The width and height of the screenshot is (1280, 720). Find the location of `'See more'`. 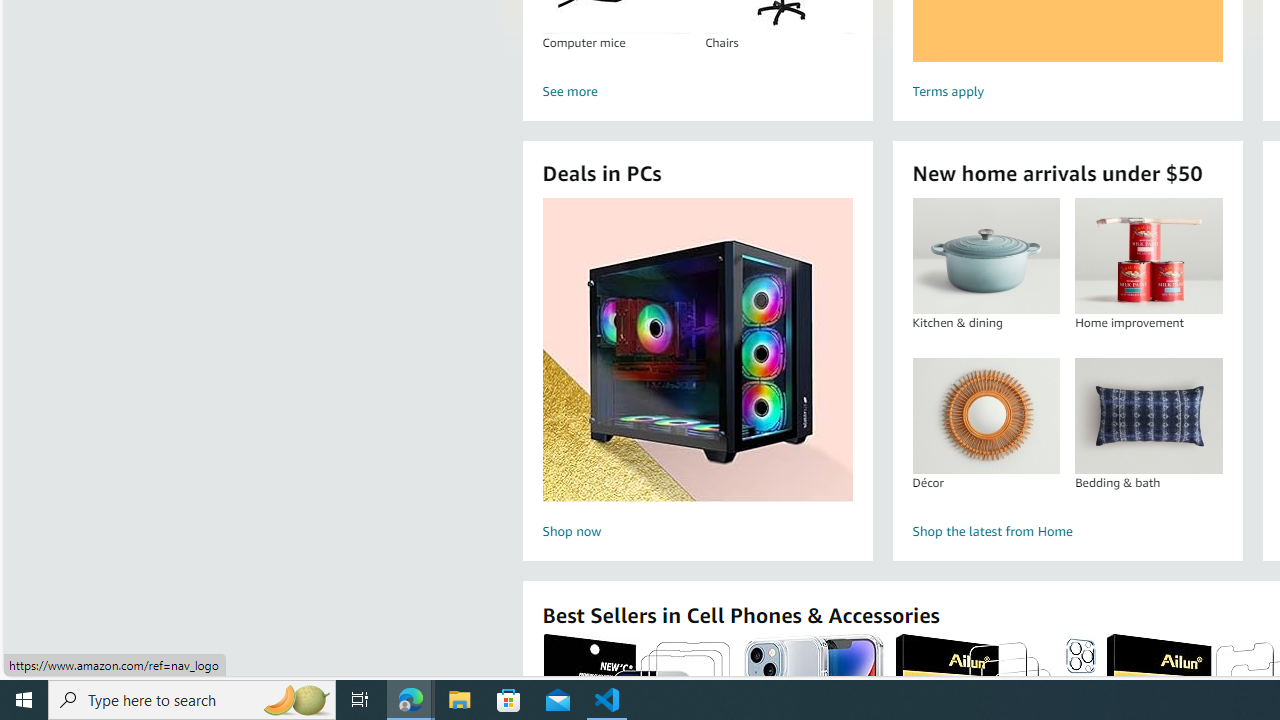

'See more' is located at coordinates (696, 92).